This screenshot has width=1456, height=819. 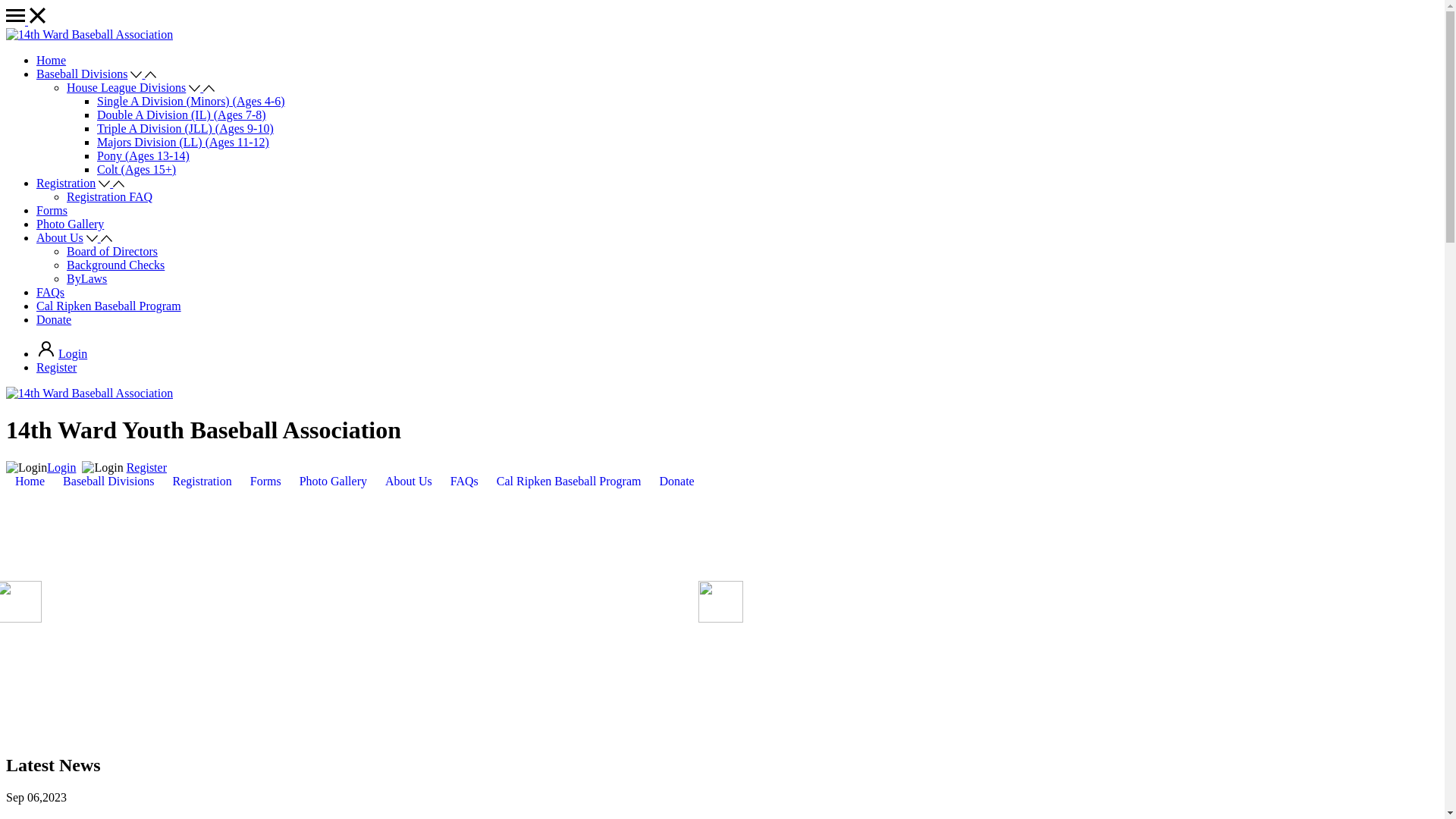 I want to click on 'FAQs', so click(x=463, y=482).